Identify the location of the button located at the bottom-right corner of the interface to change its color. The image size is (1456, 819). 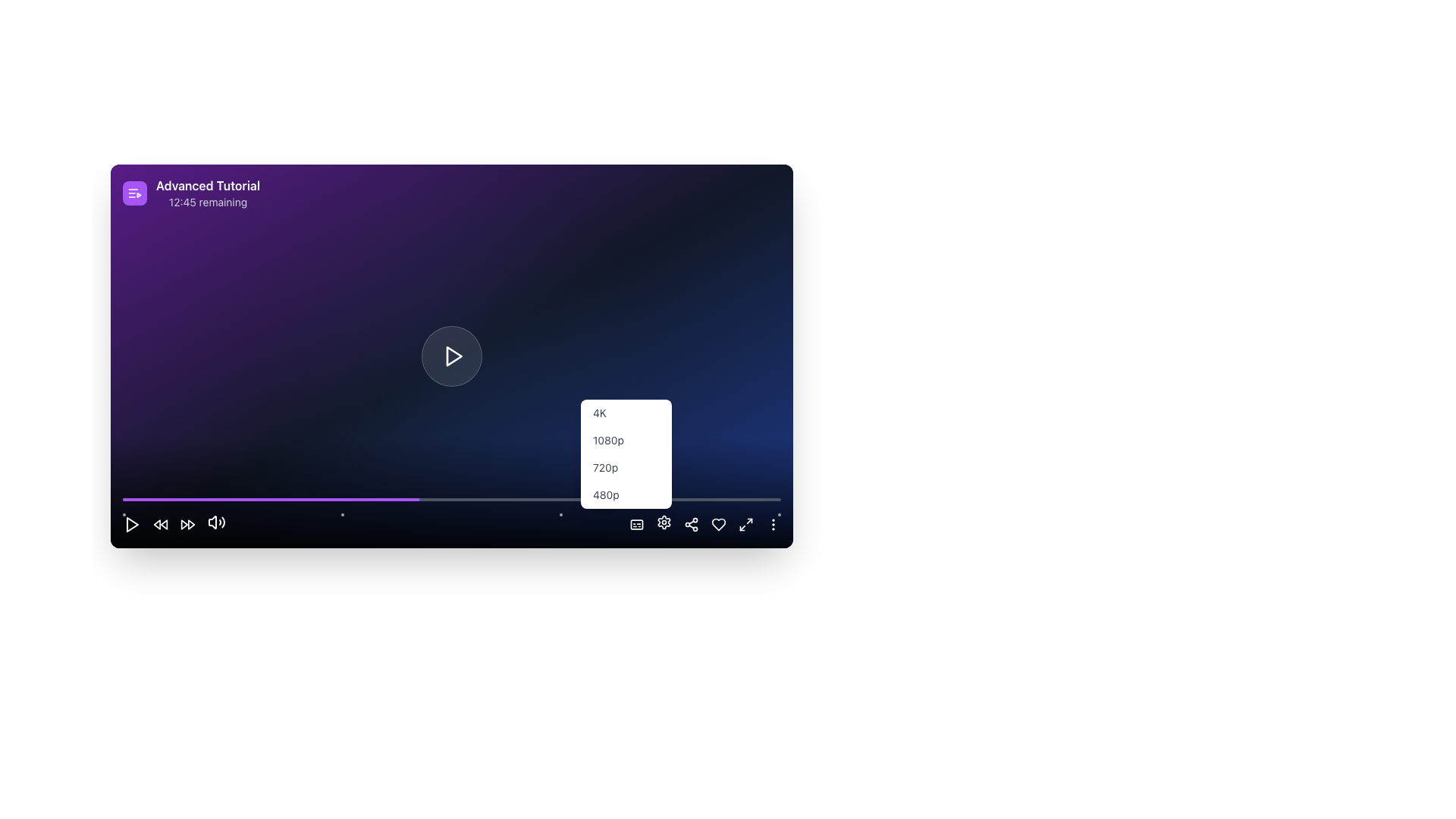
(773, 523).